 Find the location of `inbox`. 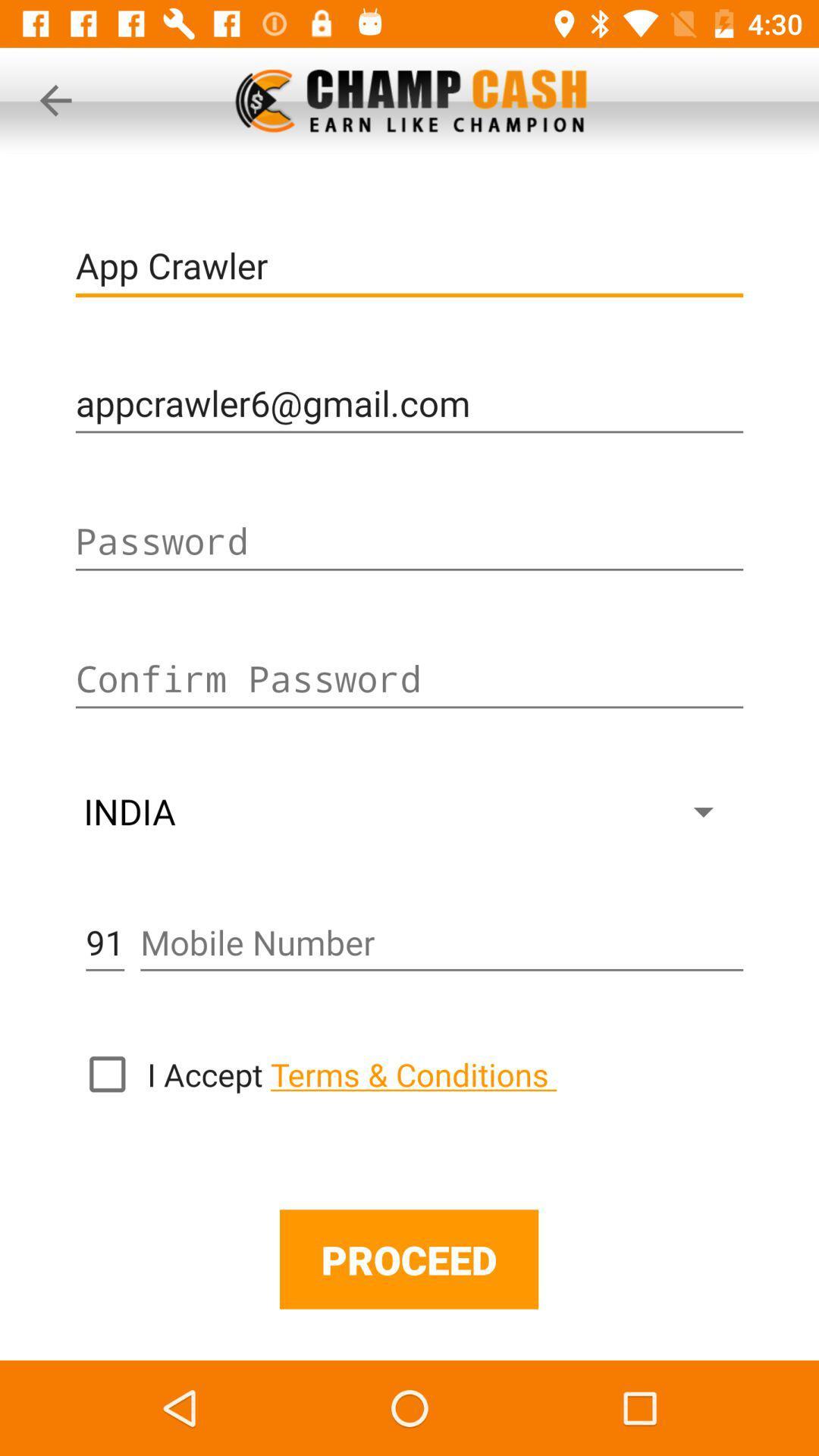

inbox is located at coordinates (106, 1073).